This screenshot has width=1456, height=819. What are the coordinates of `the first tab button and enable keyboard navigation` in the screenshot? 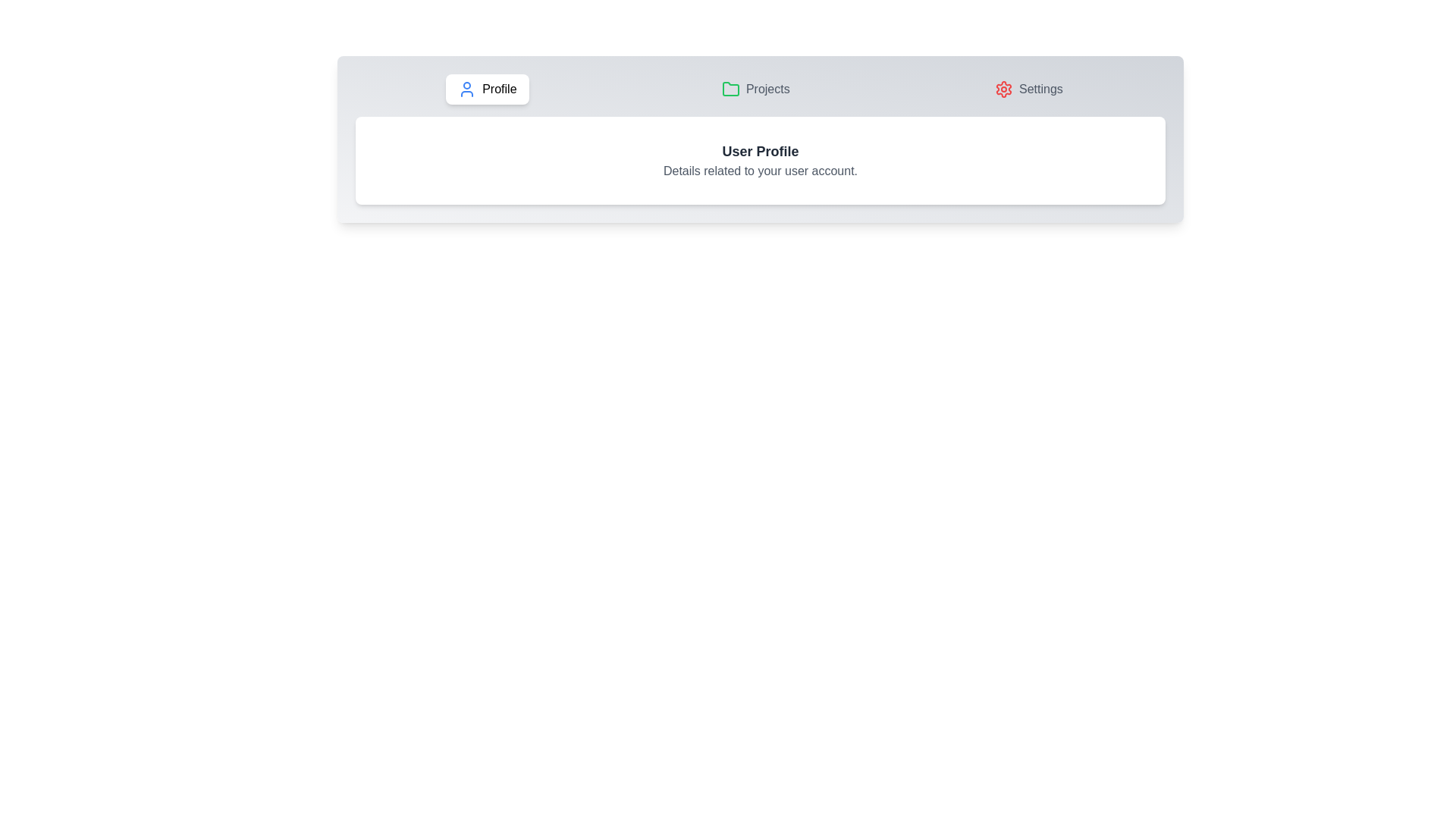 It's located at (487, 89).